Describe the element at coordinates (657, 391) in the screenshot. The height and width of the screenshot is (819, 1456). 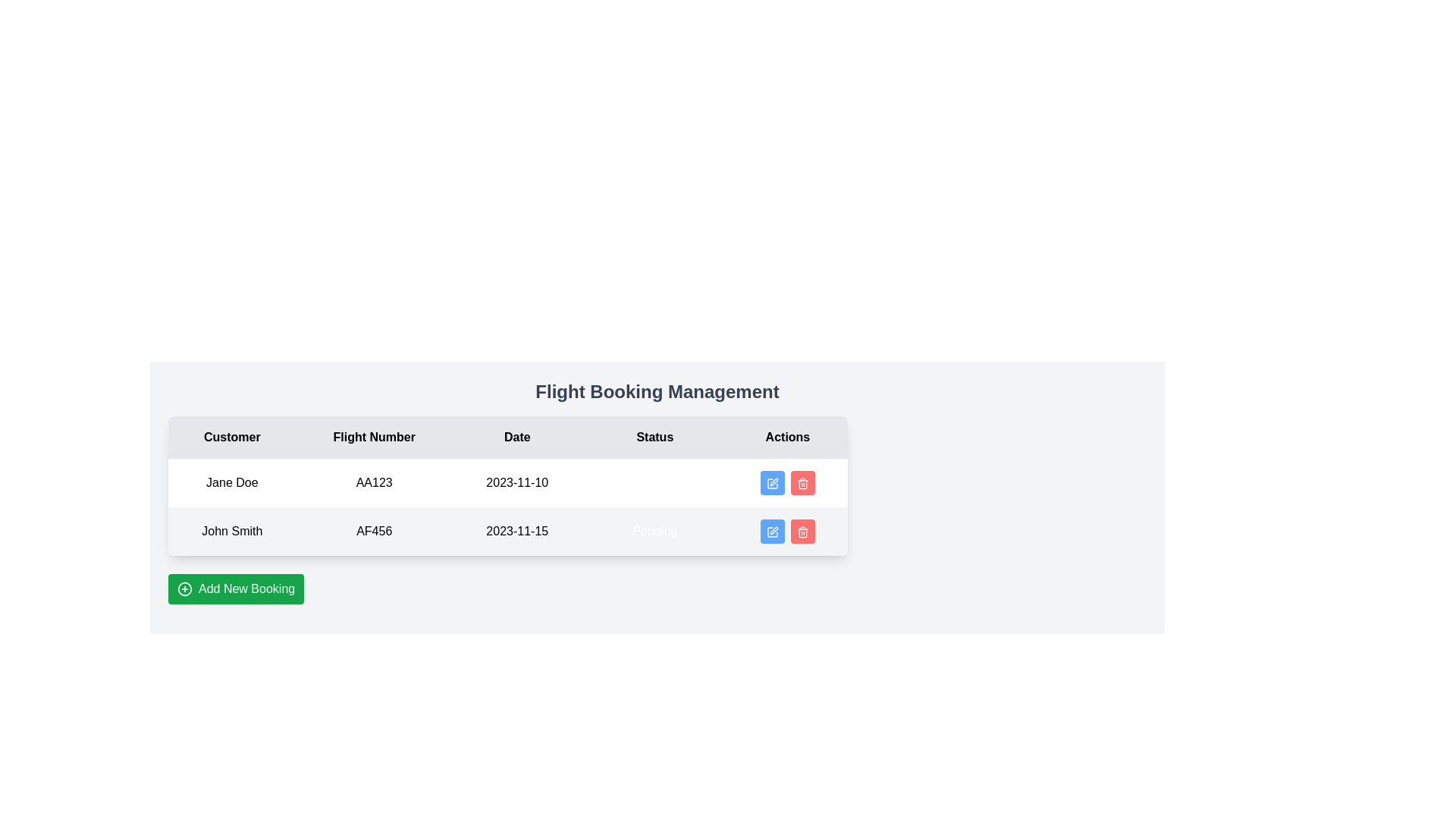
I see `heading text 'Flight Booking Management' which is prominently displayed in a bold and large font at the top of the section` at that location.